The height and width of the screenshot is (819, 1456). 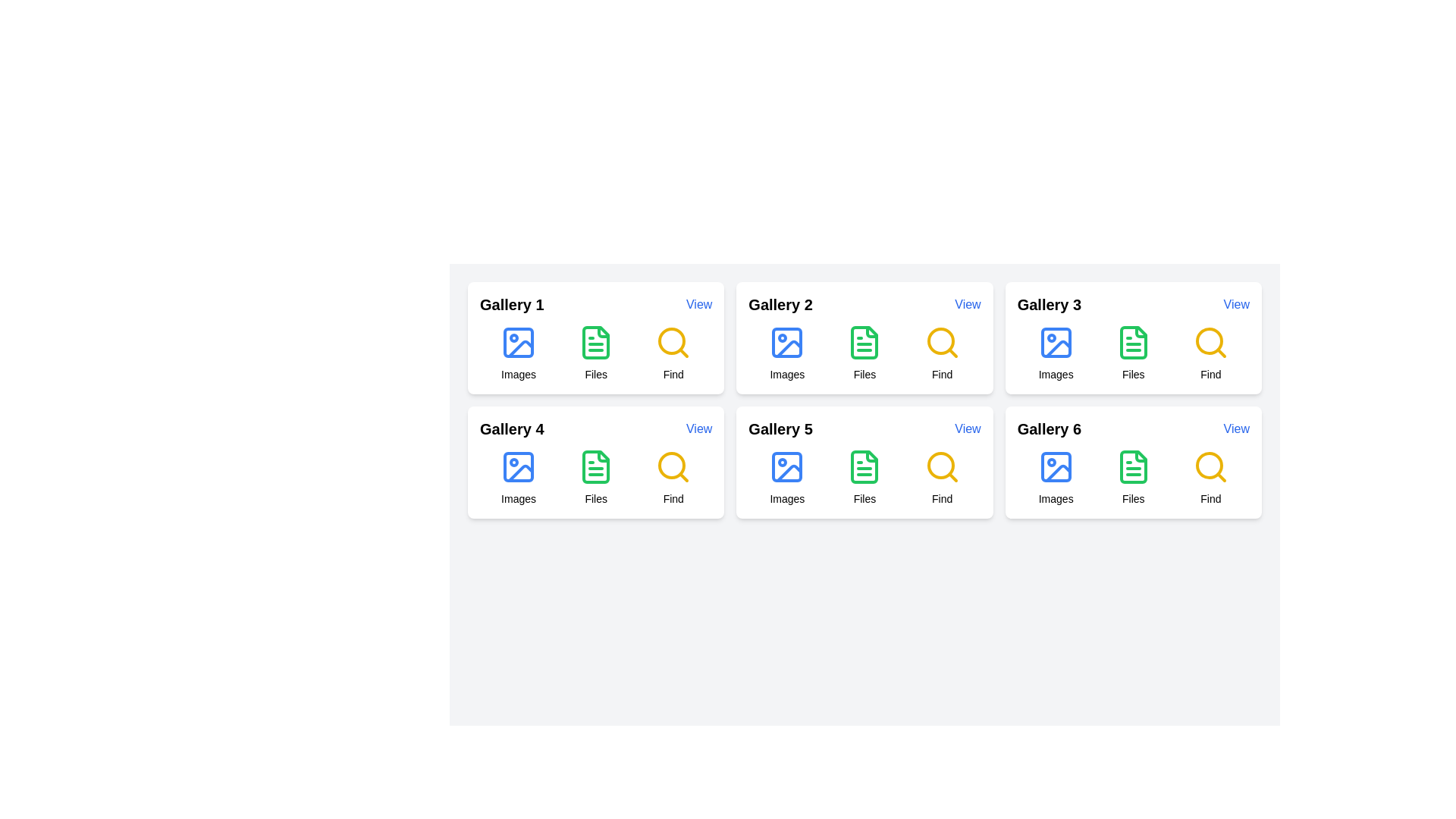 I want to click on the yellow magnifying glass icon followed by the text 'Find' in Gallery 4, so click(x=673, y=476).